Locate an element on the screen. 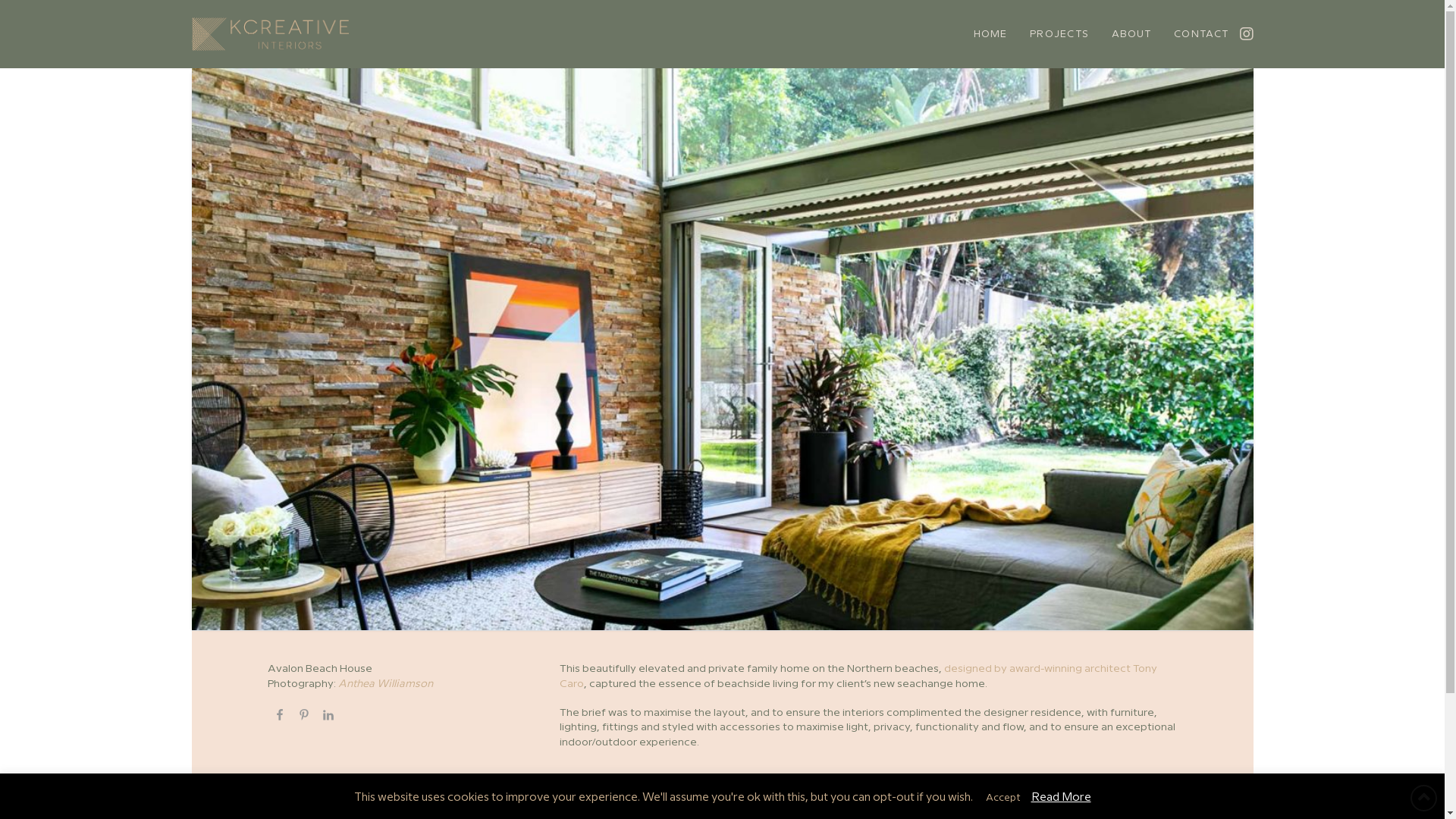 The width and height of the screenshot is (1456, 819). 'Anthea Williamson' is located at coordinates (385, 684).